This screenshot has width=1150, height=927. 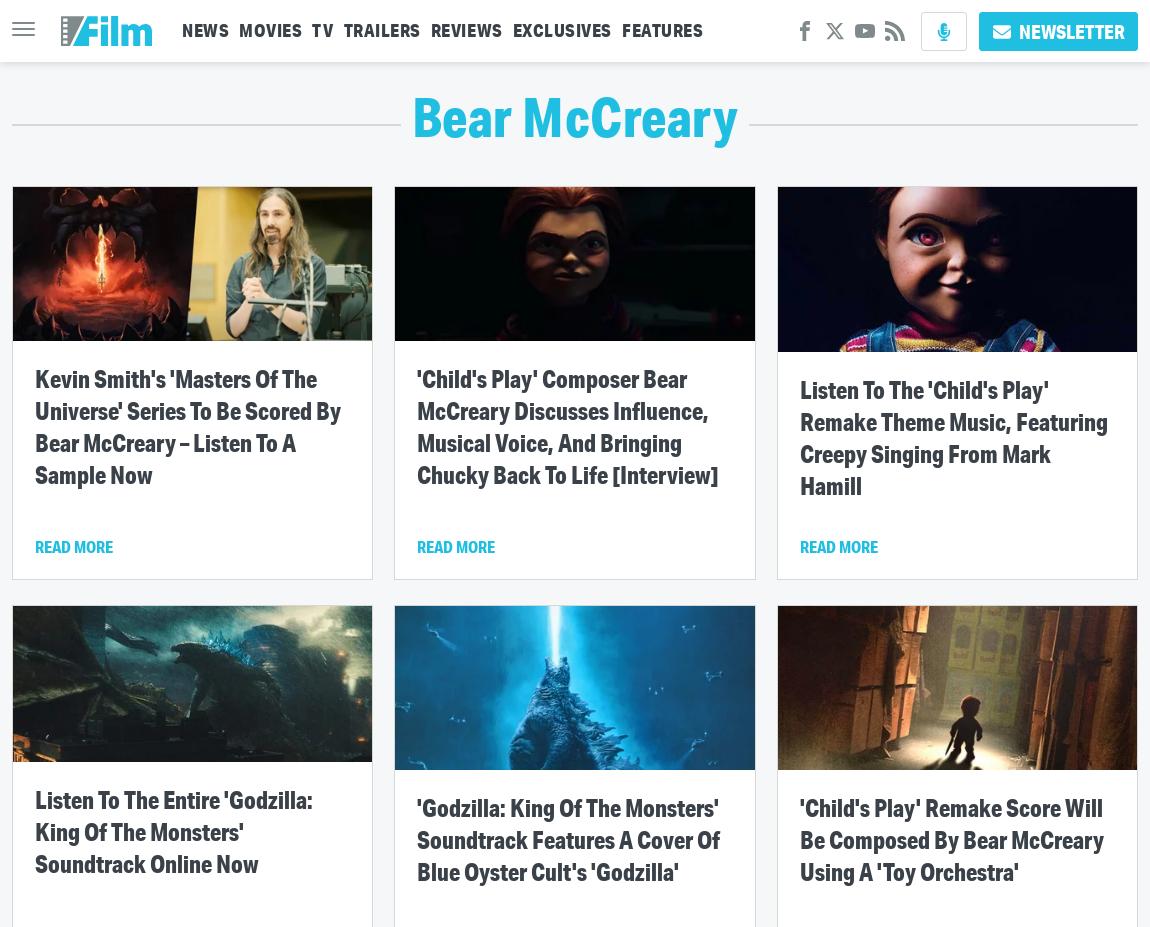 I want to click on ''Child's Play' Composer Bear McCreary Discusses Influence, Musical Voice, And Bringing Chucky Back To Life [Interview]', so click(x=567, y=424).